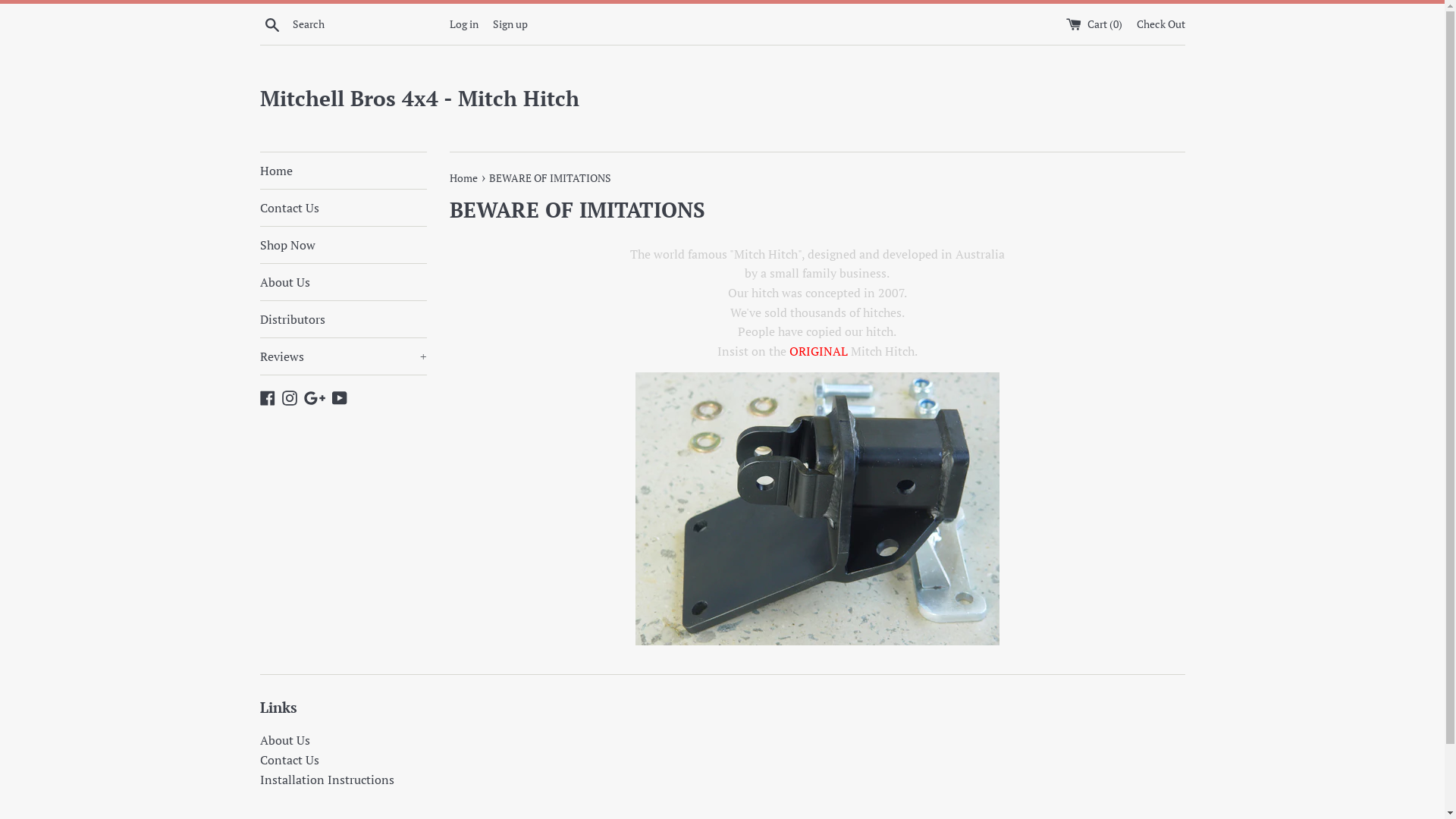  Describe the element at coordinates (510, 24) in the screenshot. I see `'Sign up'` at that location.